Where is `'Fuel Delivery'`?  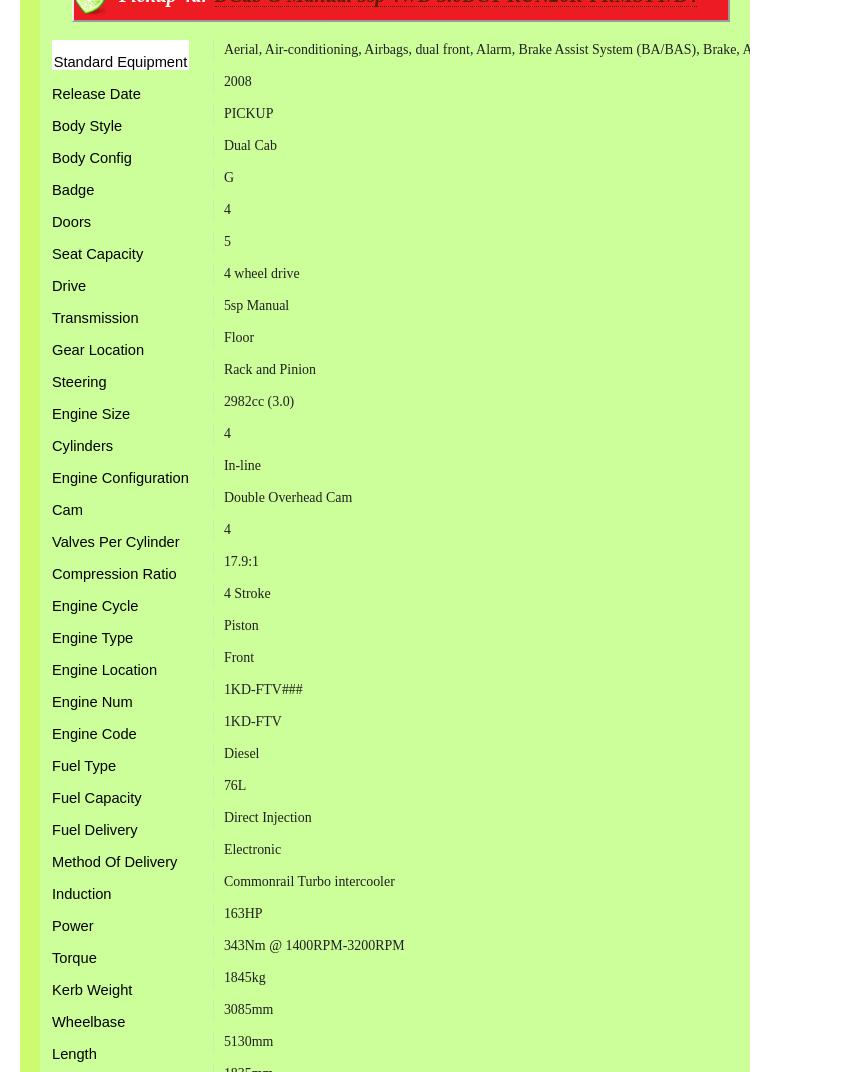
'Fuel Delivery' is located at coordinates (94, 829).